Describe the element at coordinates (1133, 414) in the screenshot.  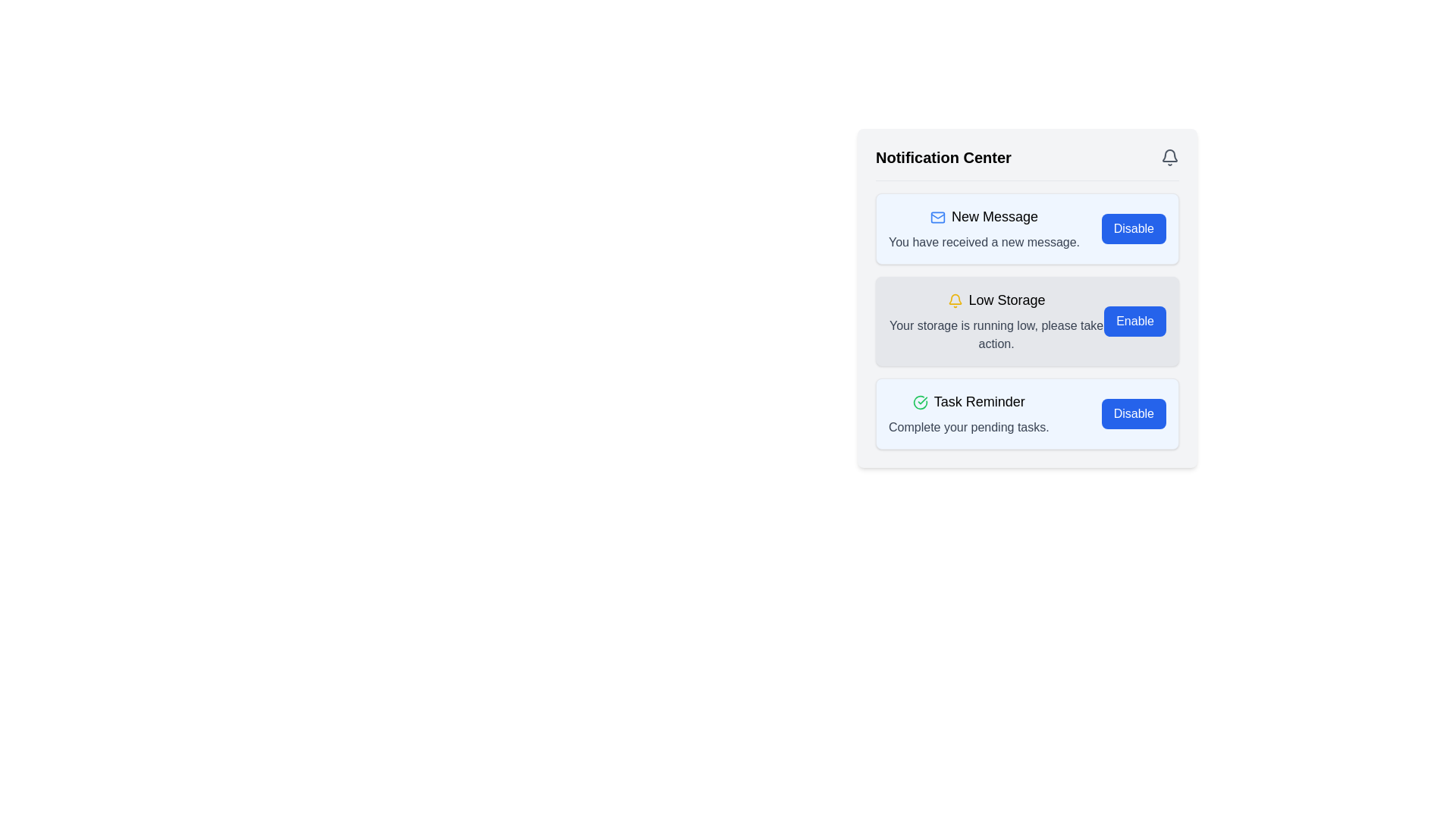
I see `the rounded rectangular button labeled 'Disable' in the lower-right corner of the 'Task Reminder' notification card` at that location.